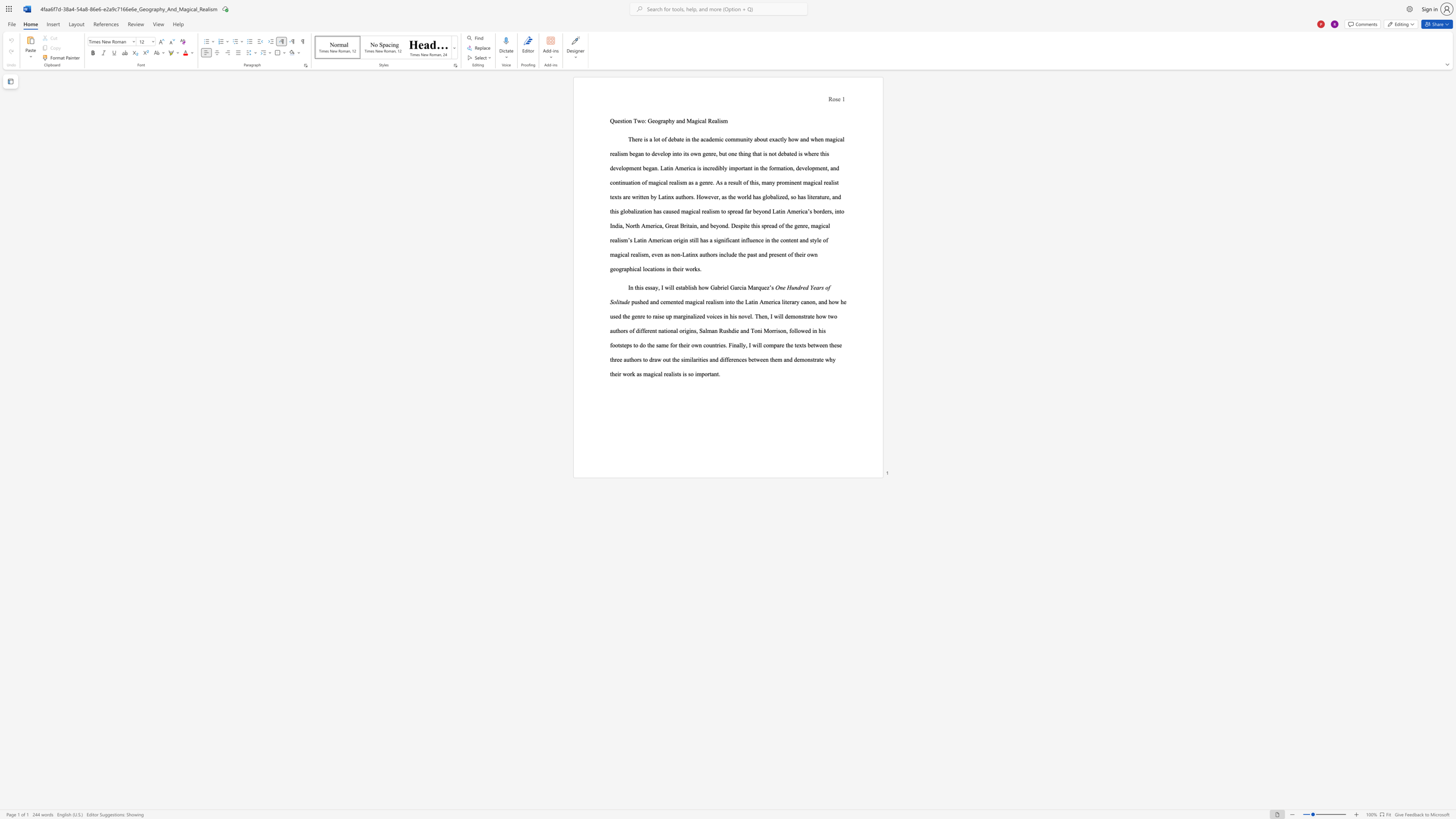 The width and height of the screenshot is (1456, 819). Describe the element at coordinates (620, 239) in the screenshot. I see `the subset text "sm" within the text "o spread far beyond Latin America’s borders, into India, North America, Great Britain, and beyond. Despite this spread of the genre, magical realism’s Latin American origin still has a"` at that location.